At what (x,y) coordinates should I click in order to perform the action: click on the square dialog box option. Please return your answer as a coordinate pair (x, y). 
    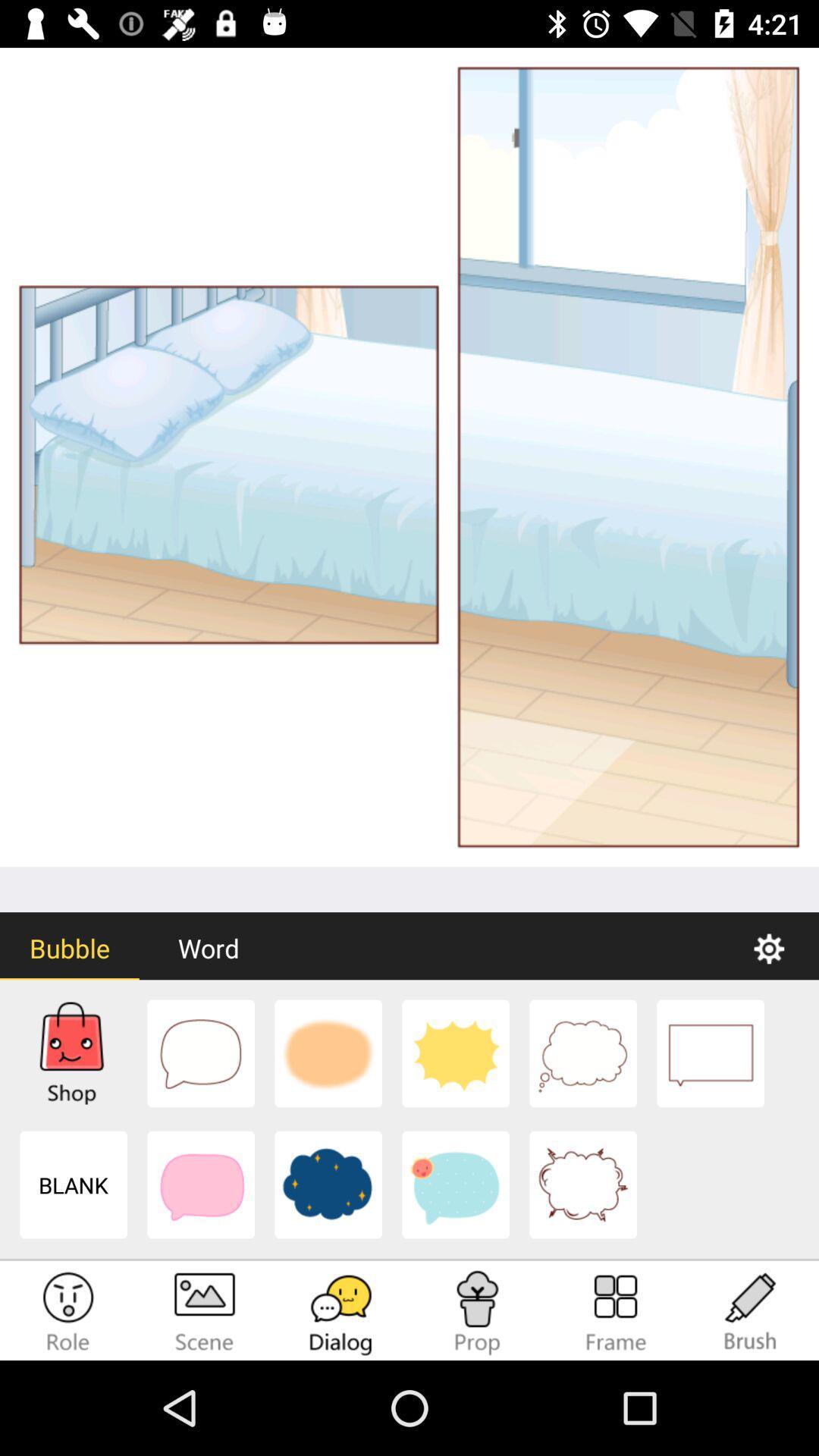
    Looking at the image, I should click on (711, 1053).